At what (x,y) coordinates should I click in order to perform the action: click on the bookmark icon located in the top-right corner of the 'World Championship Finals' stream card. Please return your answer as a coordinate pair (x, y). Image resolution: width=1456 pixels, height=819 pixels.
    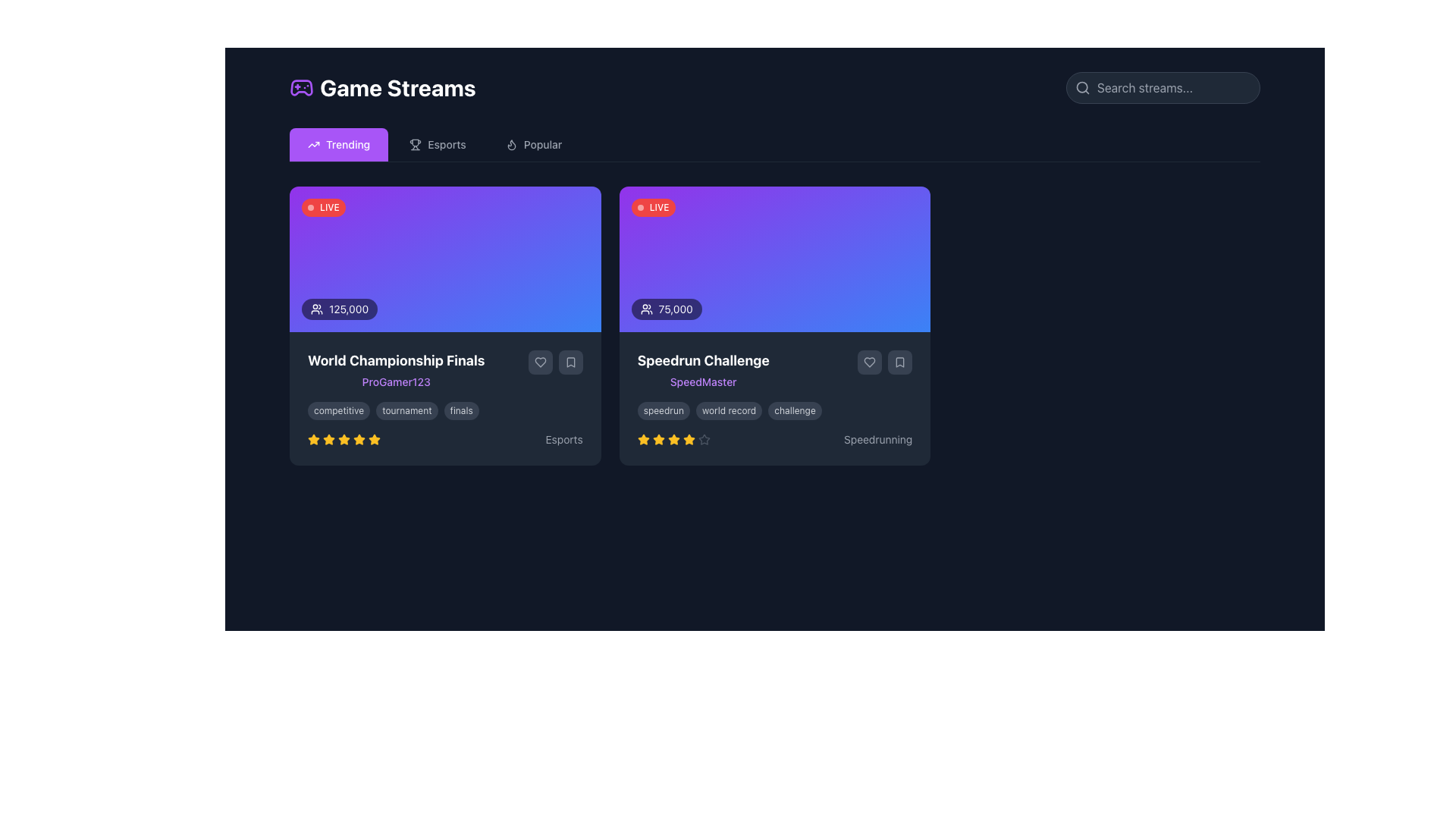
    Looking at the image, I should click on (570, 362).